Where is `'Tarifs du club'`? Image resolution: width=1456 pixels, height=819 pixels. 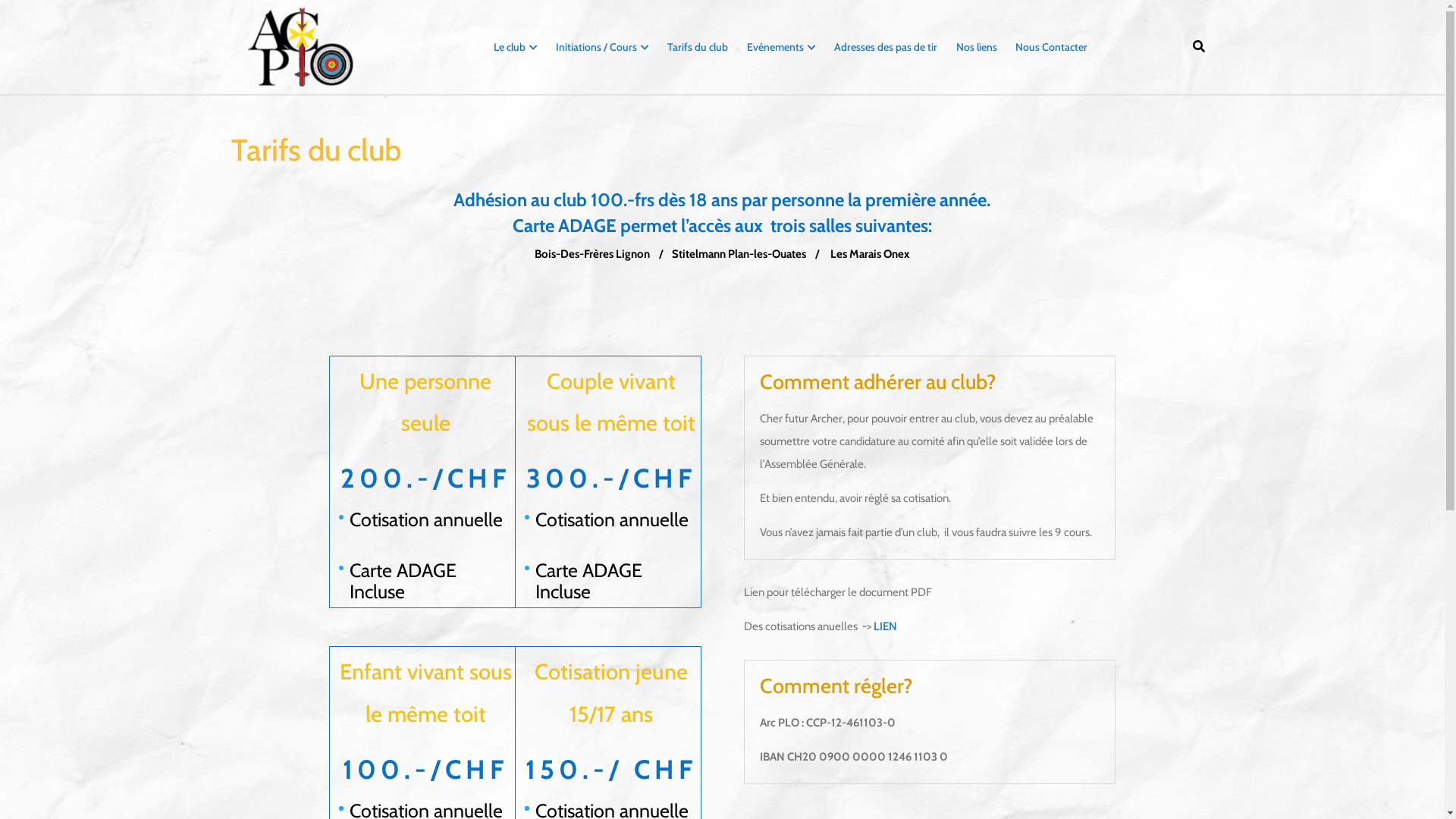 'Tarifs du club' is located at coordinates (659, 45).